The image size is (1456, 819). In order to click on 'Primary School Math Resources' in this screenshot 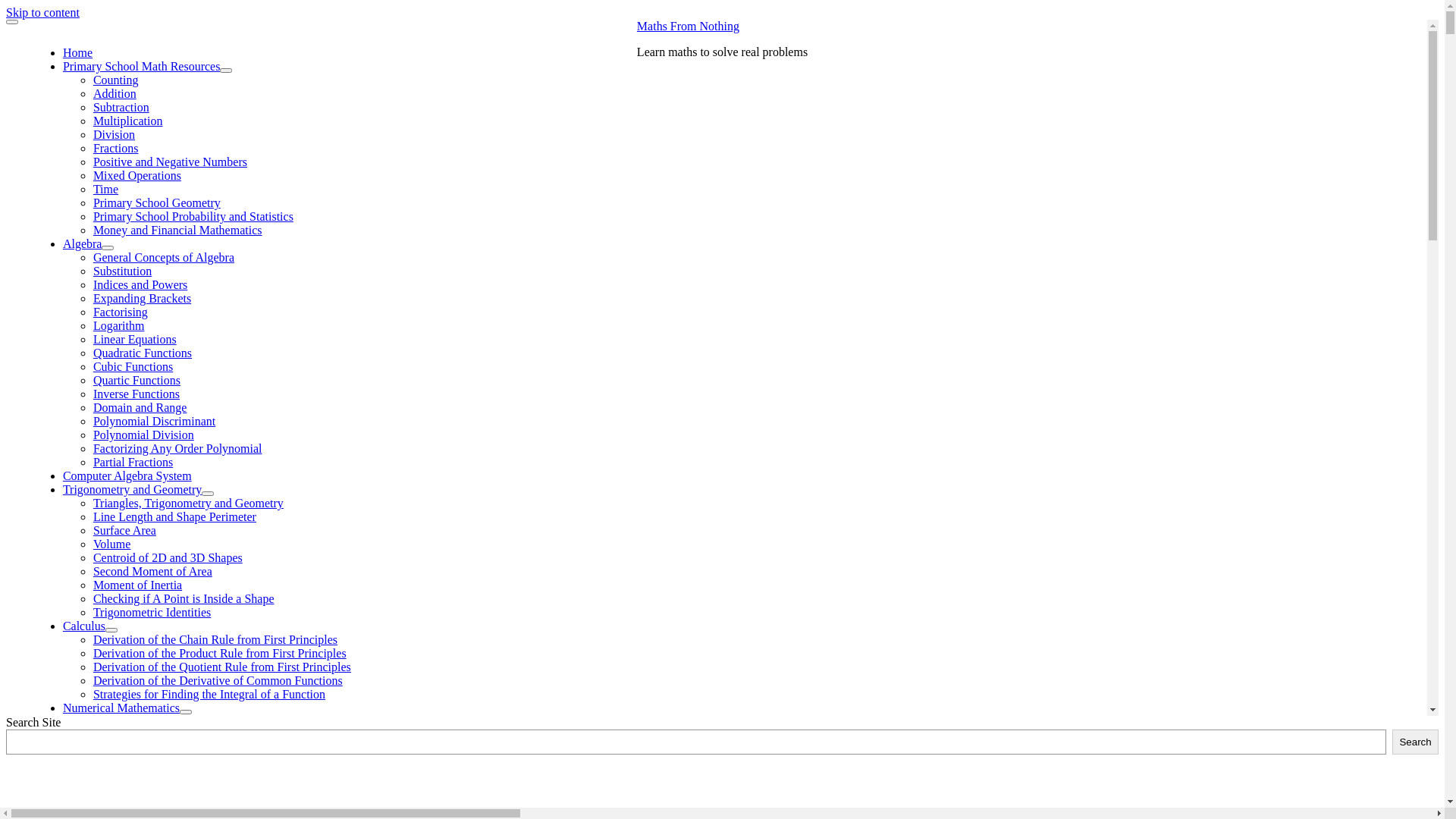, I will do `click(61, 65)`.